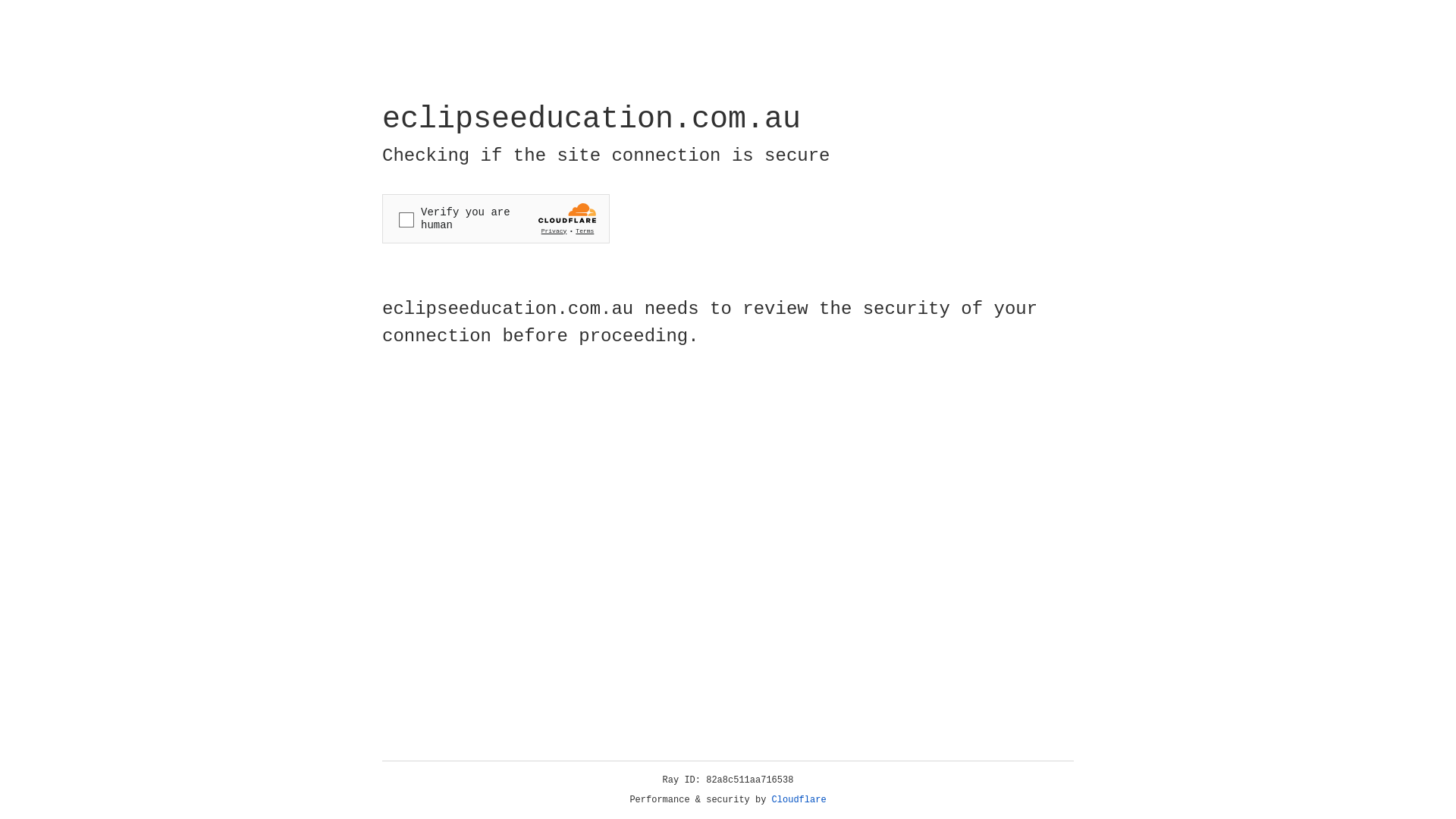  Describe the element at coordinates (799, 799) in the screenshot. I see `'Cloudflare'` at that location.